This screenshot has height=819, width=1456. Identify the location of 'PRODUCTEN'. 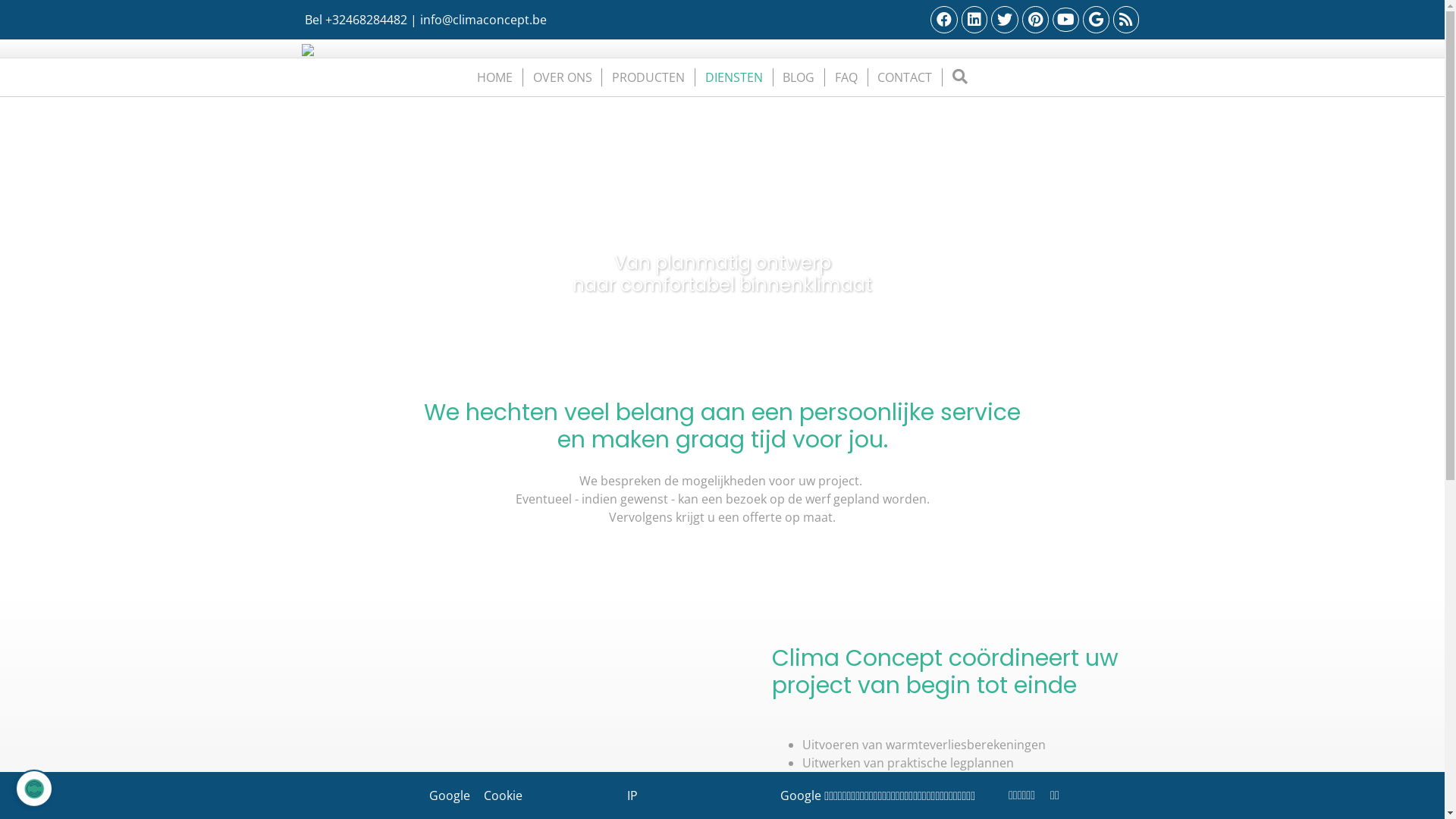
(648, 77).